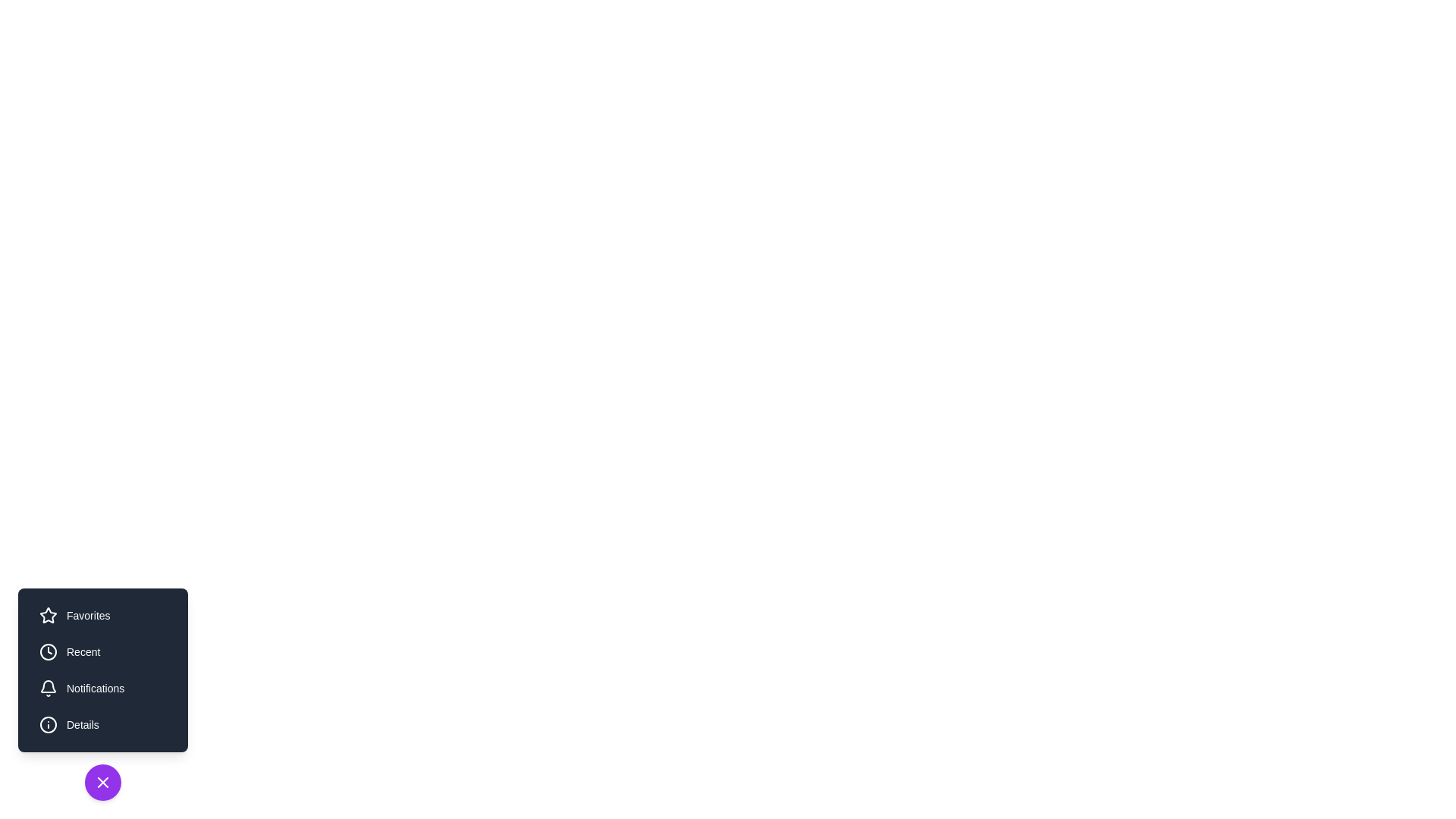 This screenshot has height=819, width=1456. I want to click on the Details button to trigger its action, so click(102, 724).